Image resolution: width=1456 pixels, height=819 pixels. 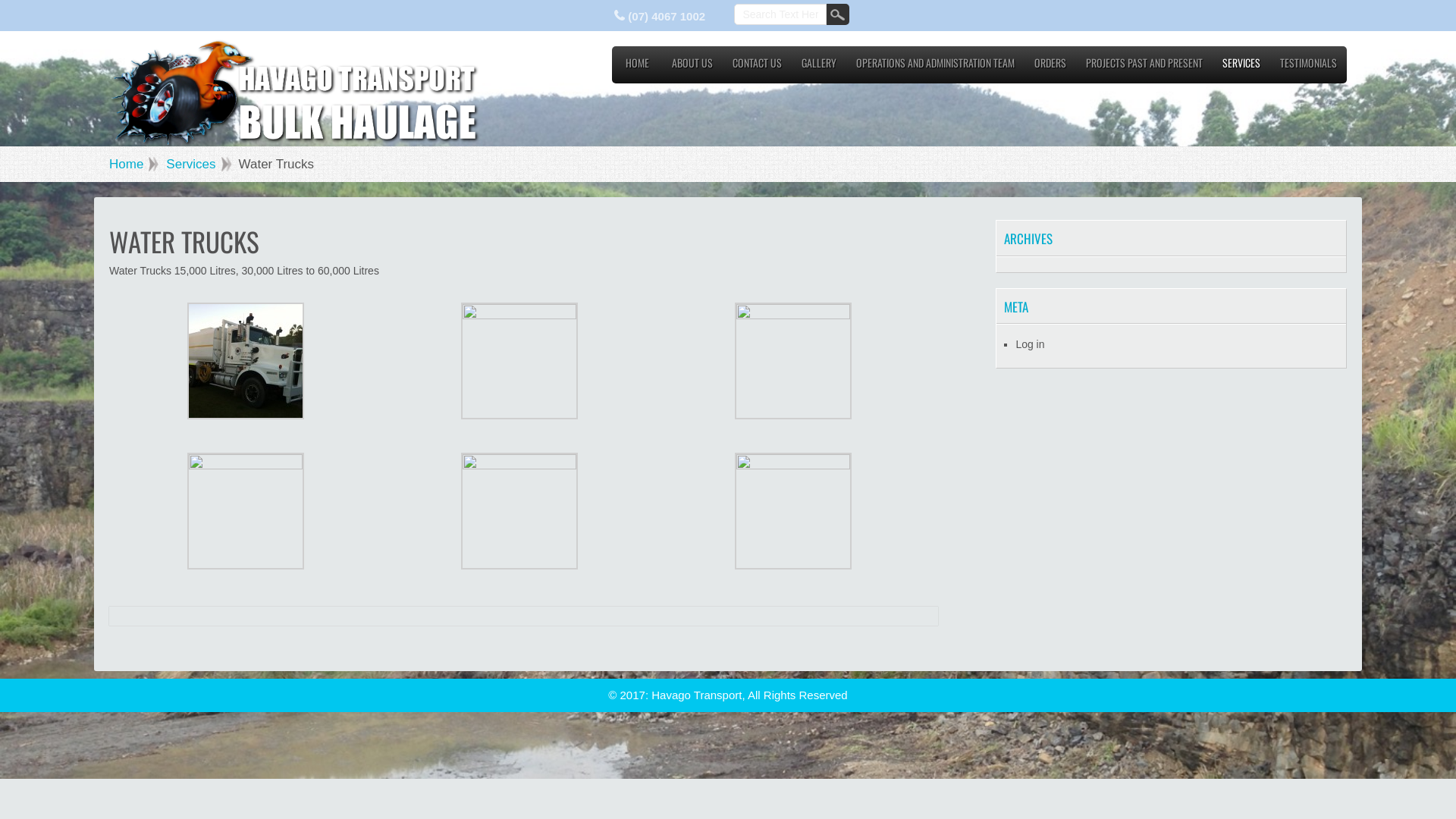 What do you see at coordinates (836, 14) in the screenshot?
I see `'Search'` at bounding box center [836, 14].